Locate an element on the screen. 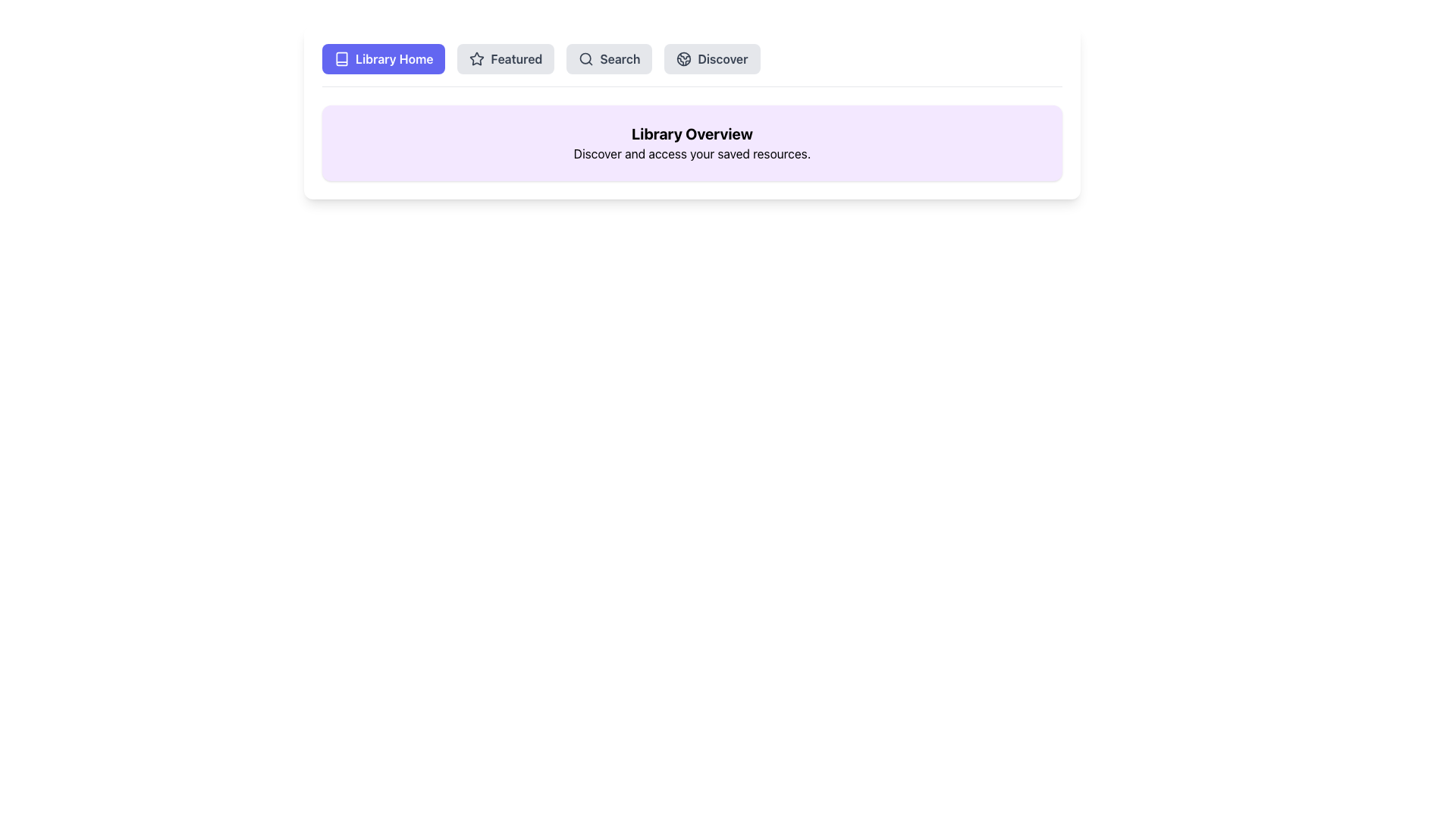 Image resolution: width=1456 pixels, height=819 pixels. the circular SVG element representing a search feature, located in the header section of the layout is located at coordinates (585, 58).